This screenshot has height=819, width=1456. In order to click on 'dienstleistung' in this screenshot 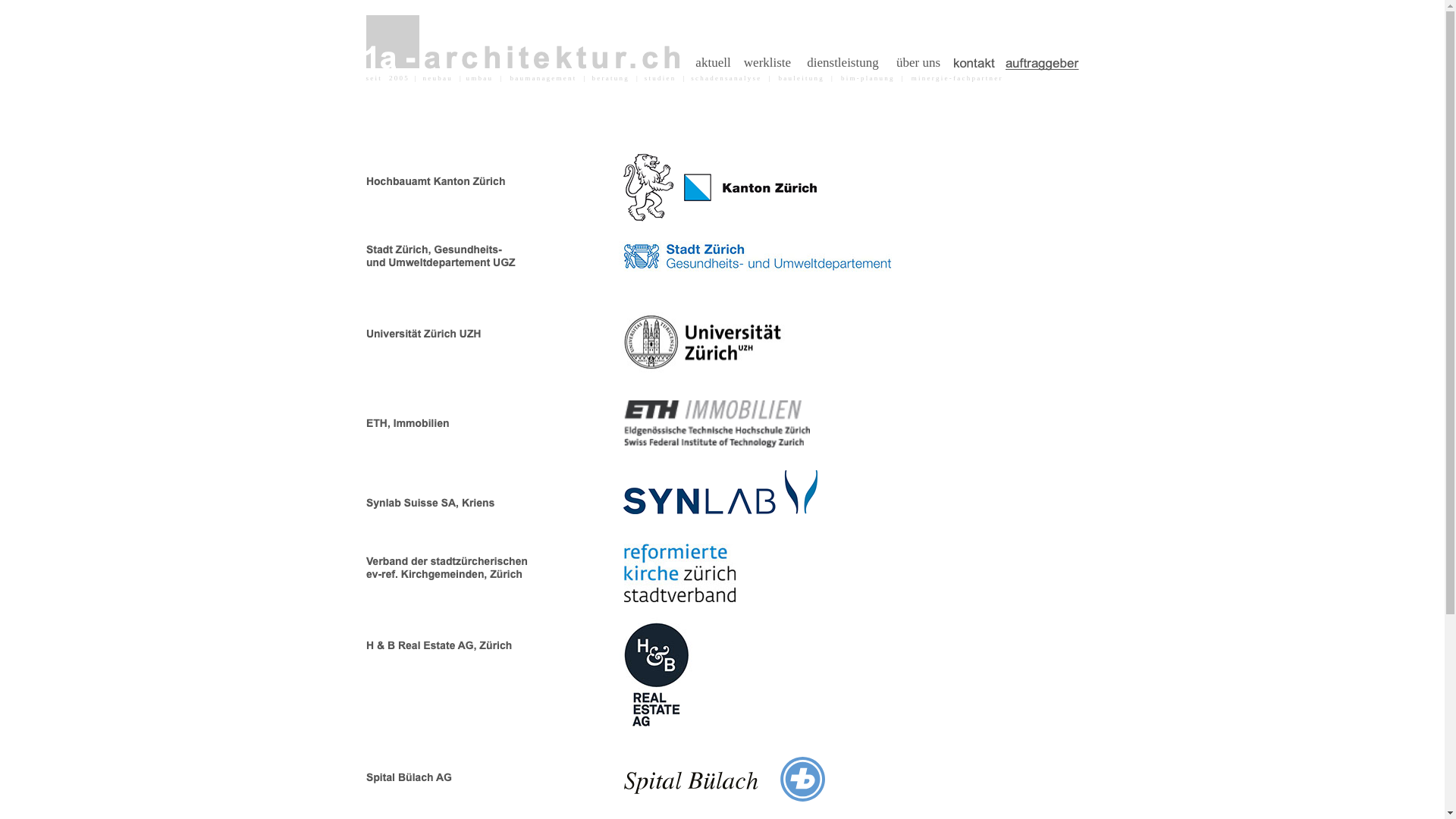, I will do `click(843, 62)`.